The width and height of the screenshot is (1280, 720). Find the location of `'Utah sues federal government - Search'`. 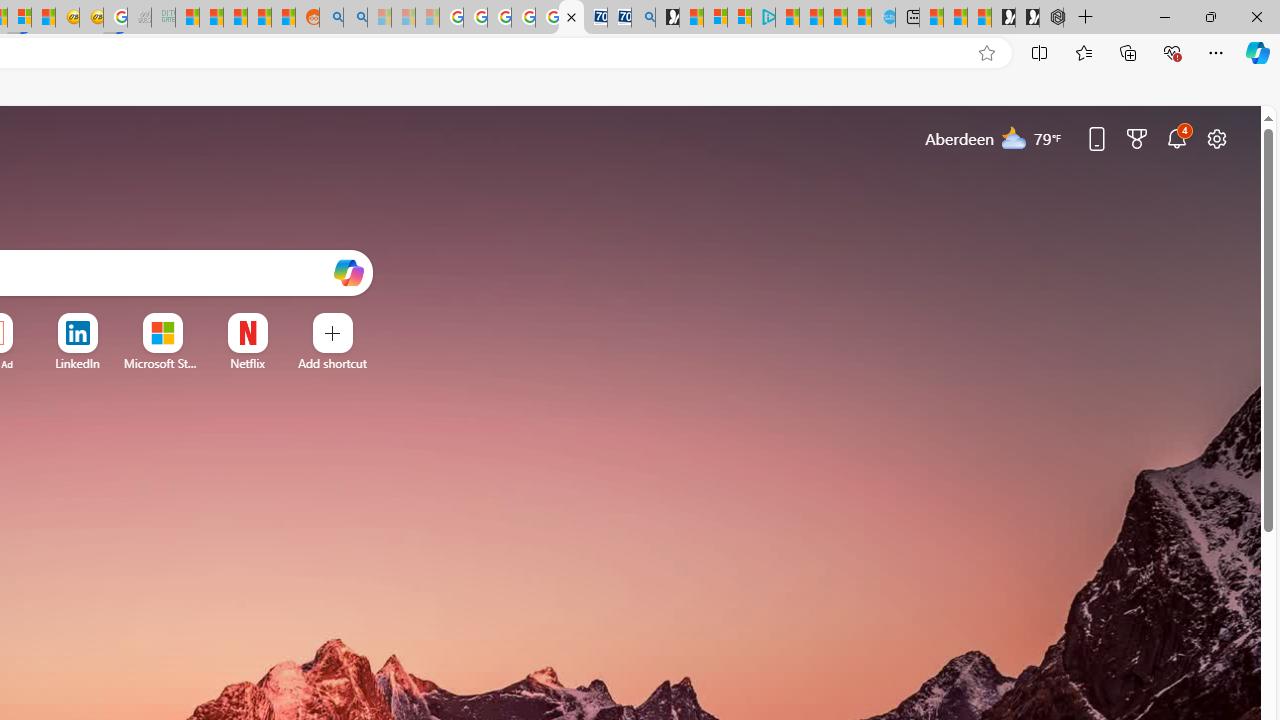

'Utah sues federal government - Search' is located at coordinates (355, 17).